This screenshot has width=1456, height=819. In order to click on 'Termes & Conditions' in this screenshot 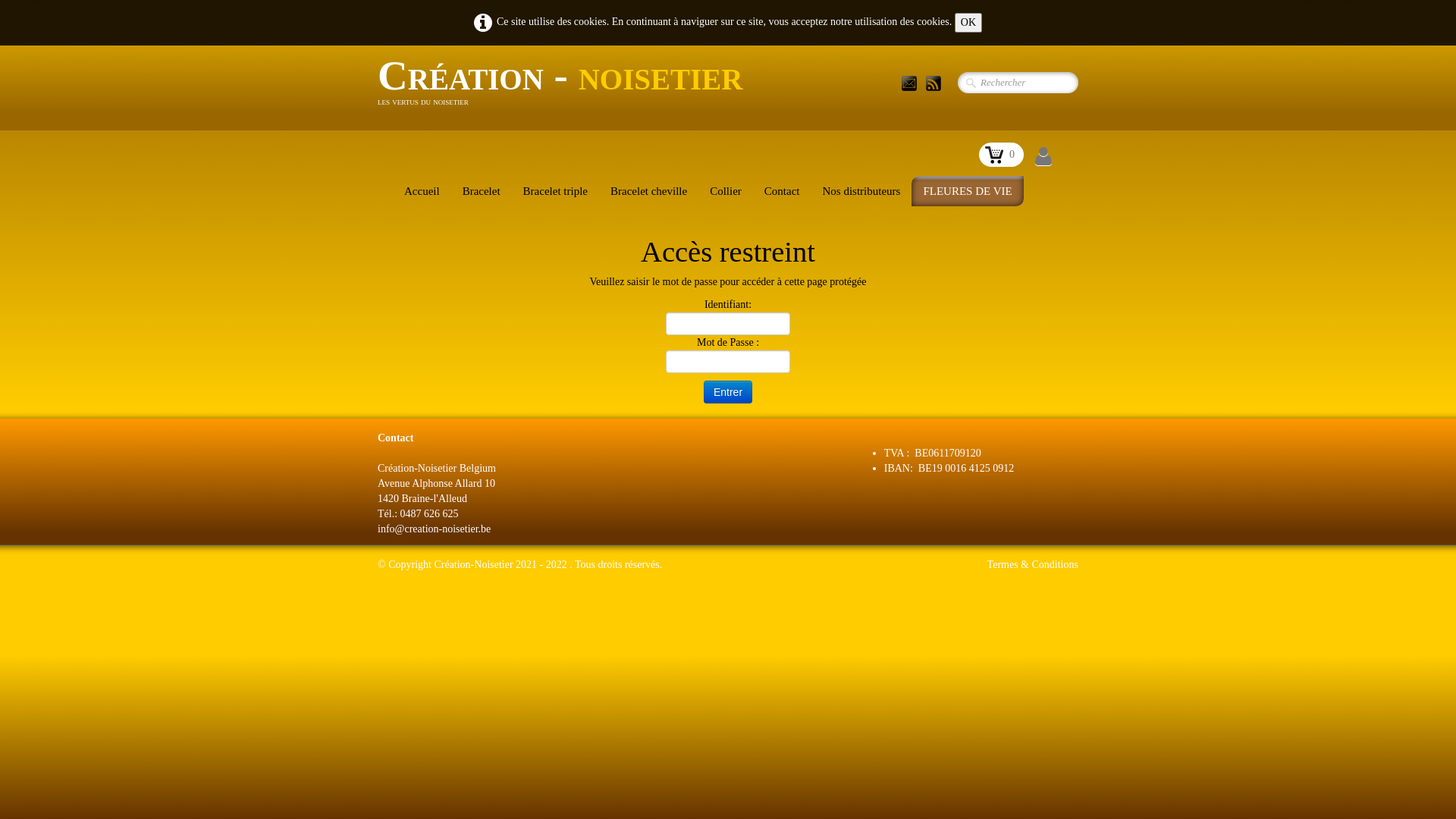, I will do `click(1032, 564)`.